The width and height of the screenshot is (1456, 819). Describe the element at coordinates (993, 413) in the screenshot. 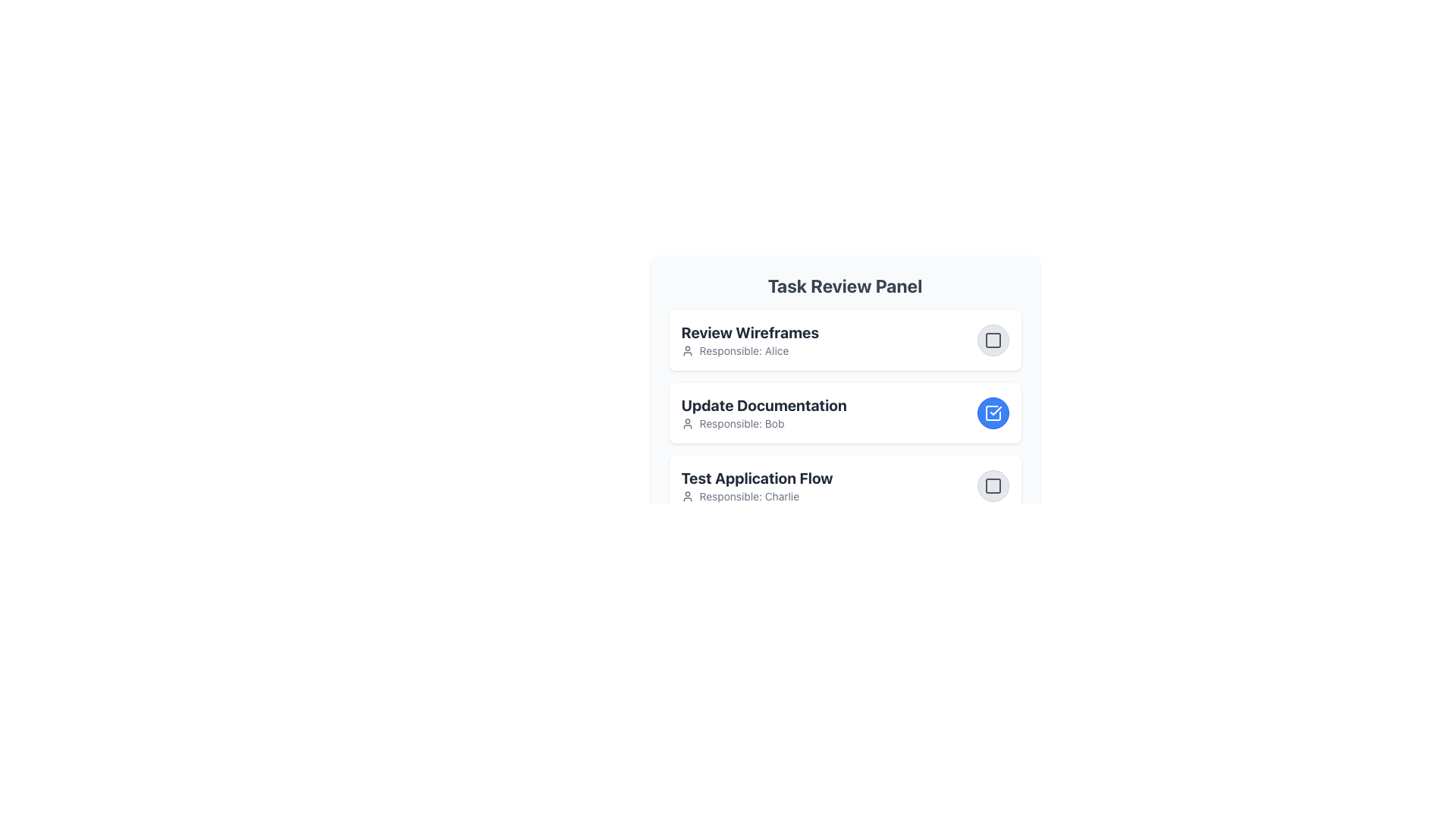

I see `the circular blue button with a white border and checkmark icon located to the right of the 'Update Documentation' text in the 'Task Review Panel' section` at that location.